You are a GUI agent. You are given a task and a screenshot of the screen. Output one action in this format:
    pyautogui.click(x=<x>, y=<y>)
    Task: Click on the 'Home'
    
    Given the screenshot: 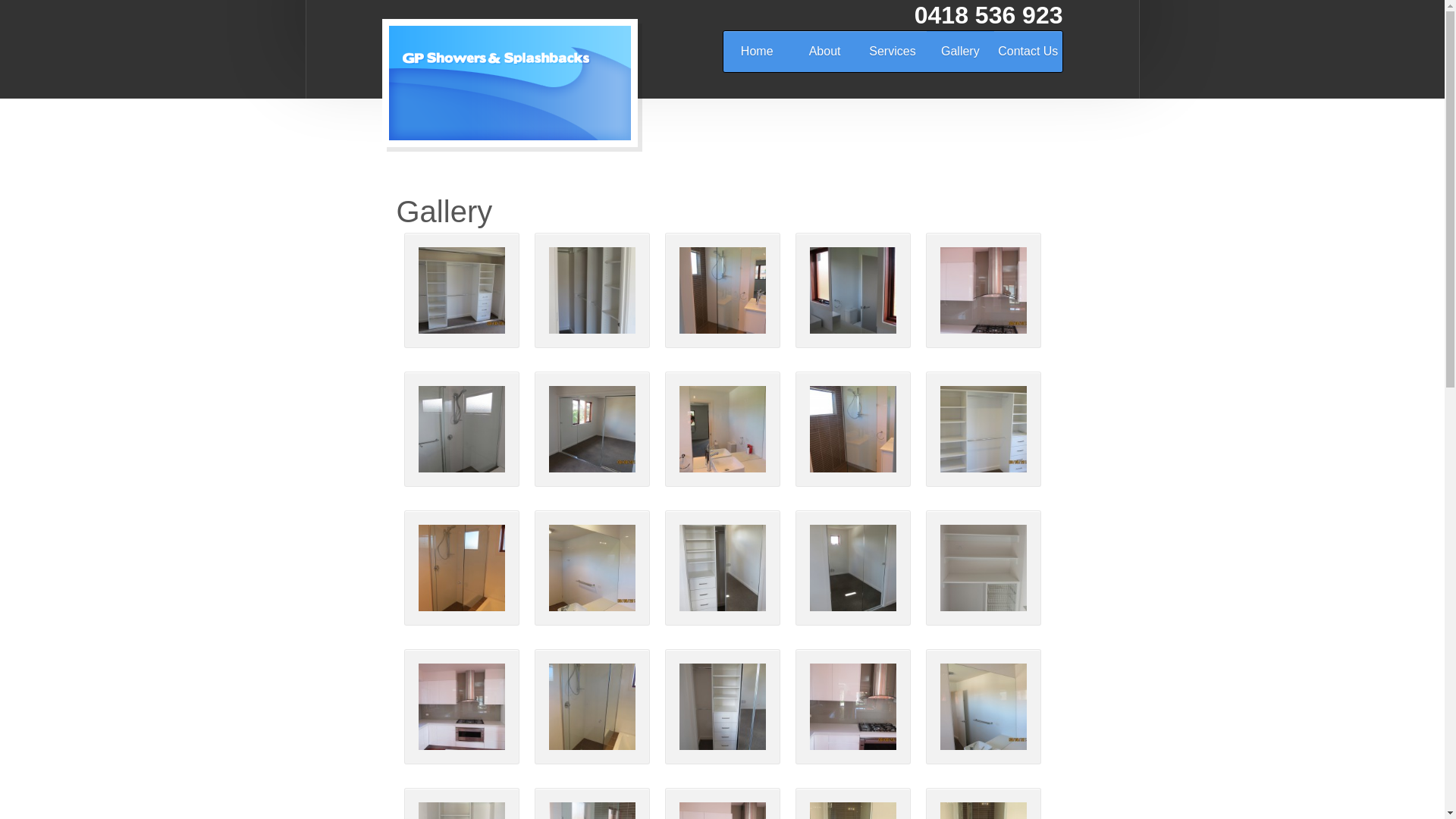 What is the action you would take?
    pyautogui.click(x=757, y=51)
    